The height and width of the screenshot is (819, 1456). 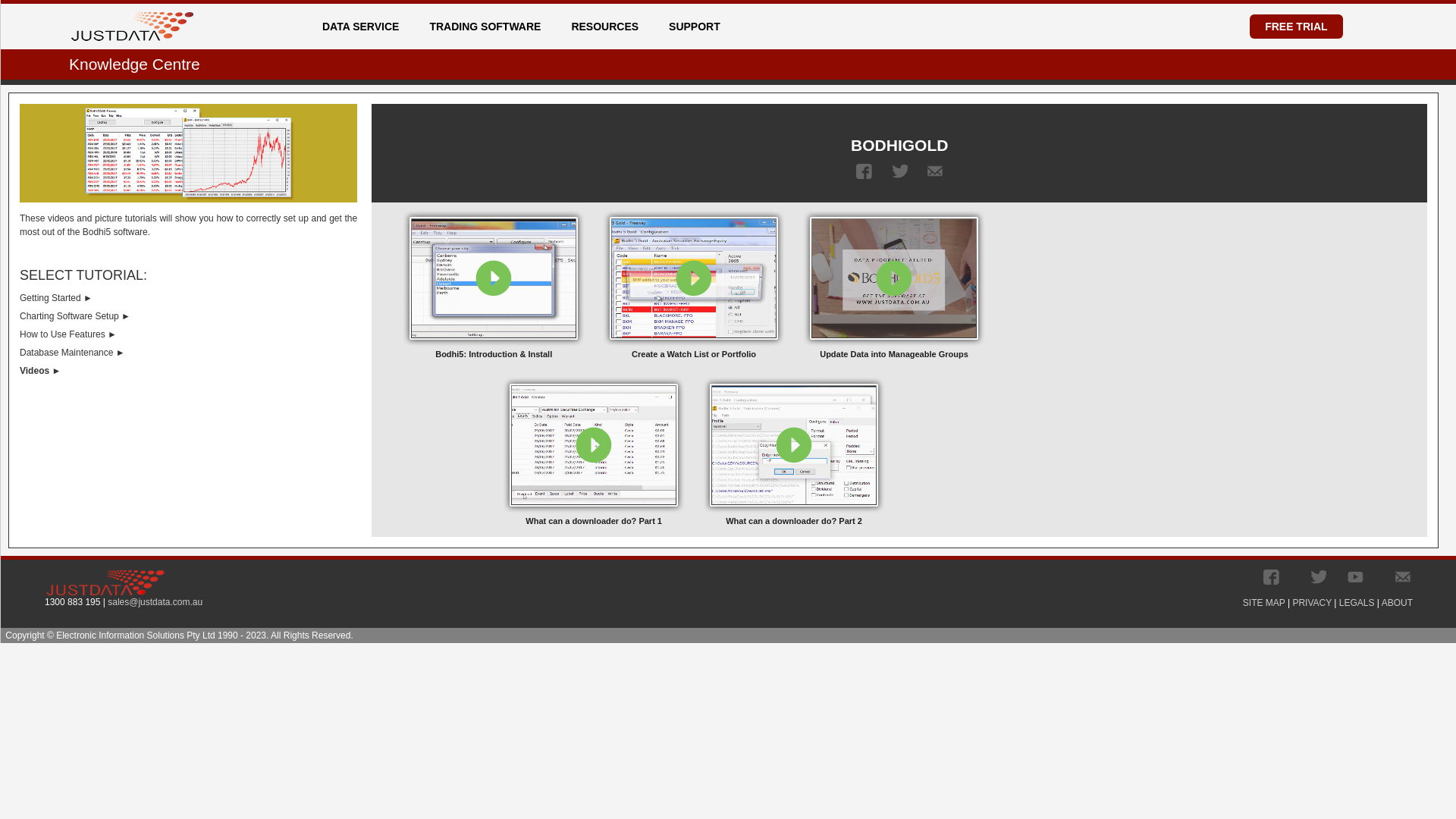 What do you see at coordinates (1401, 576) in the screenshot?
I see `' '` at bounding box center [1401, 576].